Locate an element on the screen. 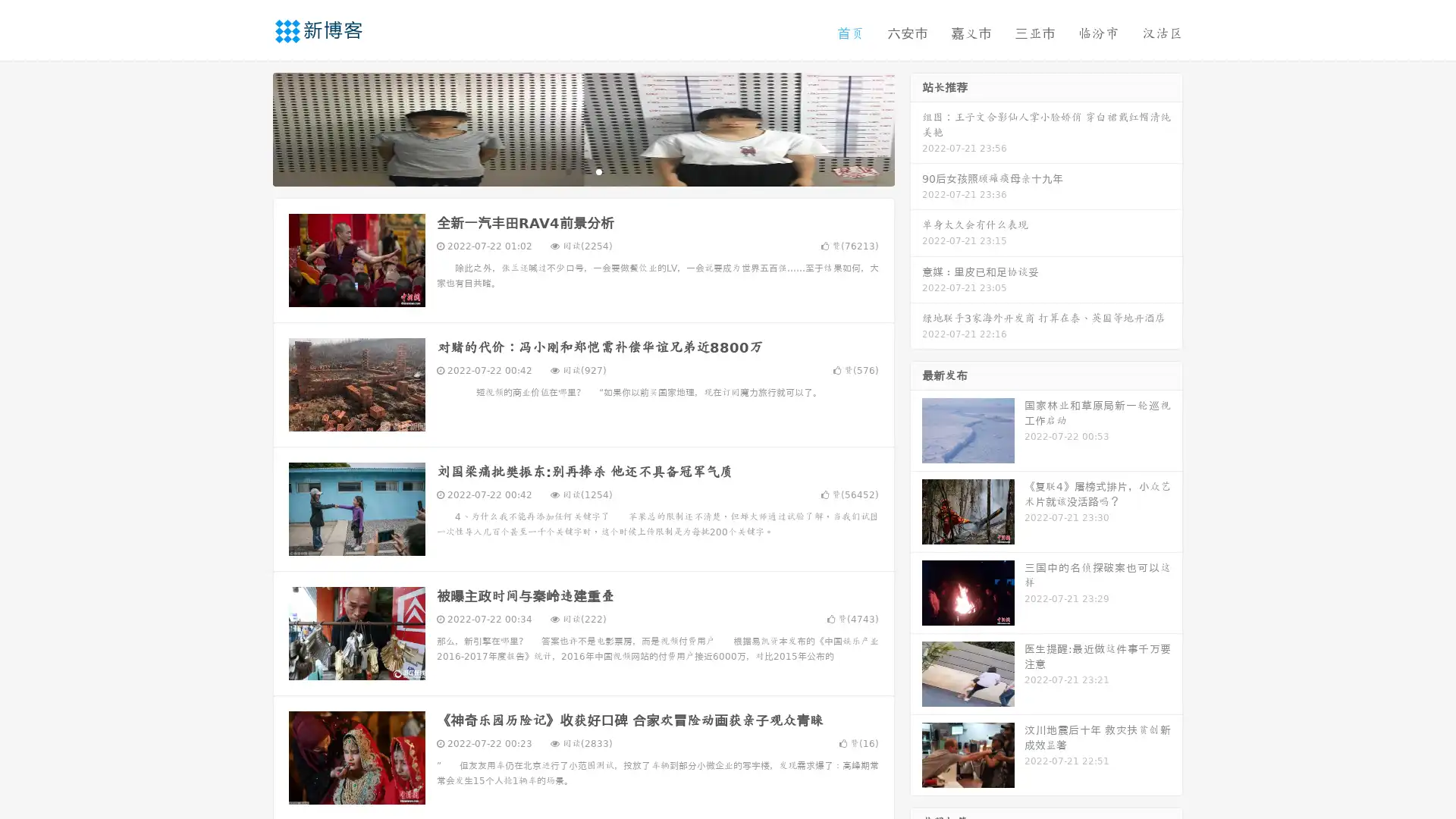 The width and height of the screenshot is (1456, 819). Go to slide 1 is located at coordinates (567, 171).